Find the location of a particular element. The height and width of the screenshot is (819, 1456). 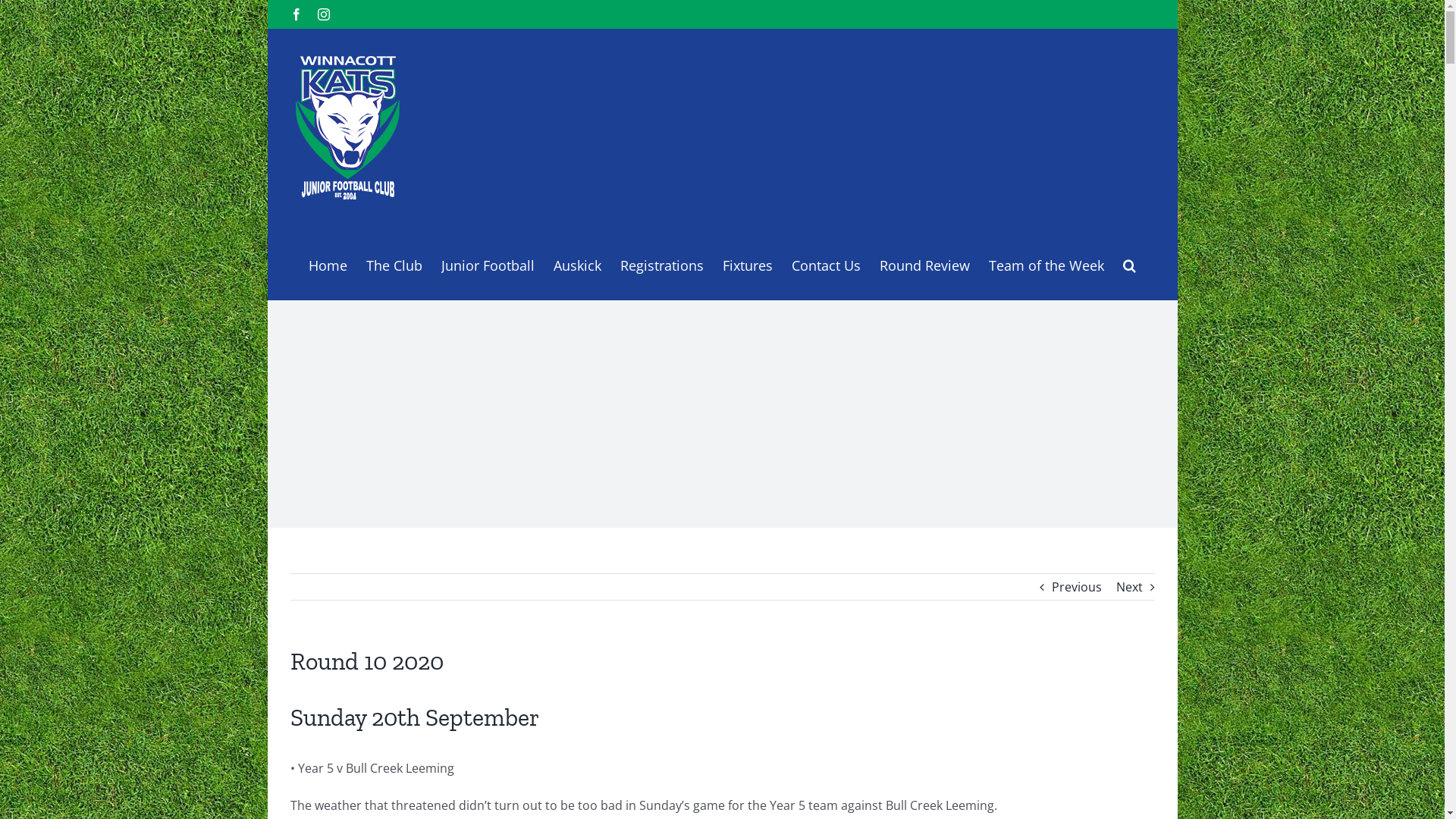

'Home' is located at coordinates (326, 262).